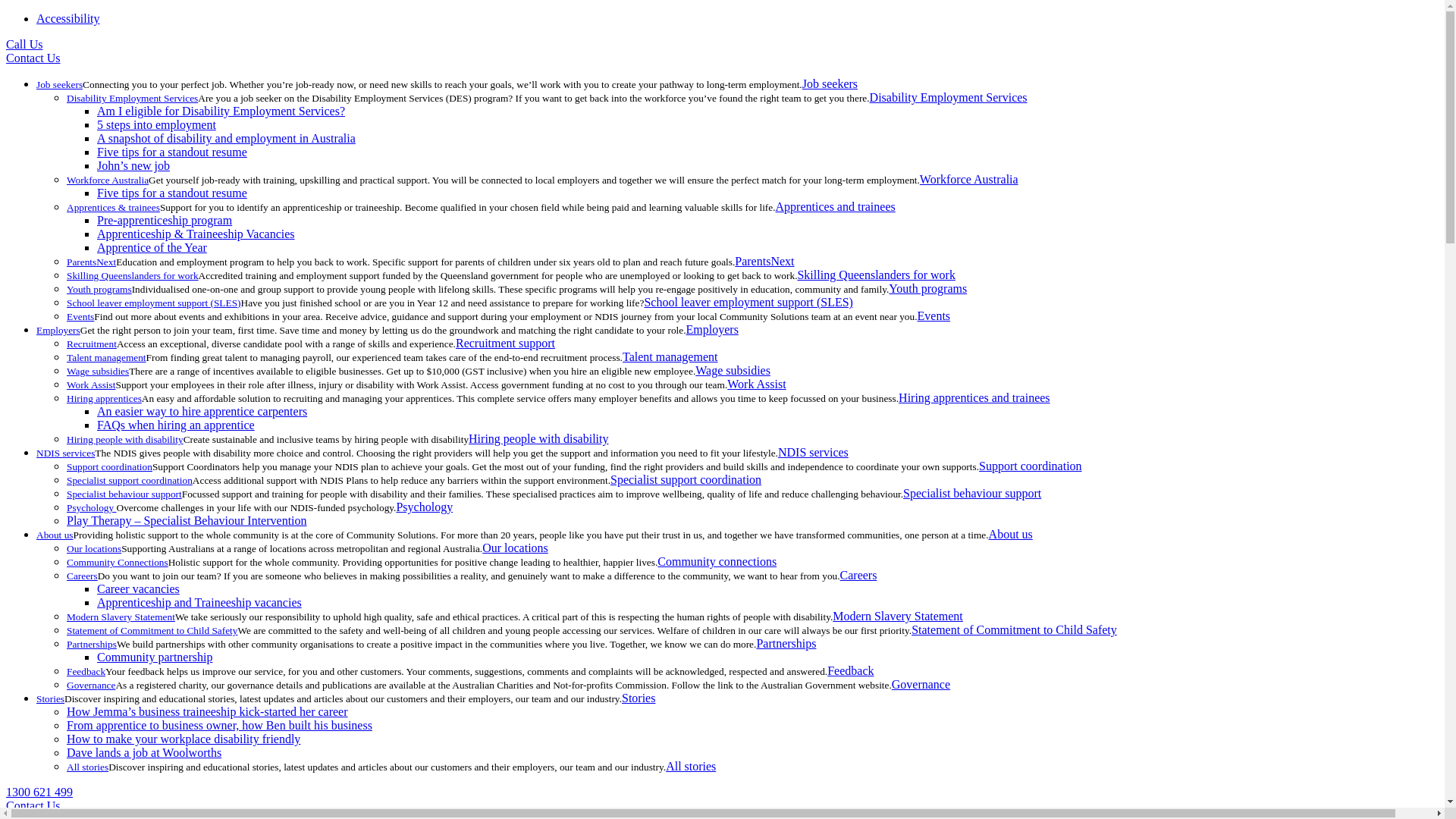  I want to click on 'Wage subsidies', so click(733, 370).